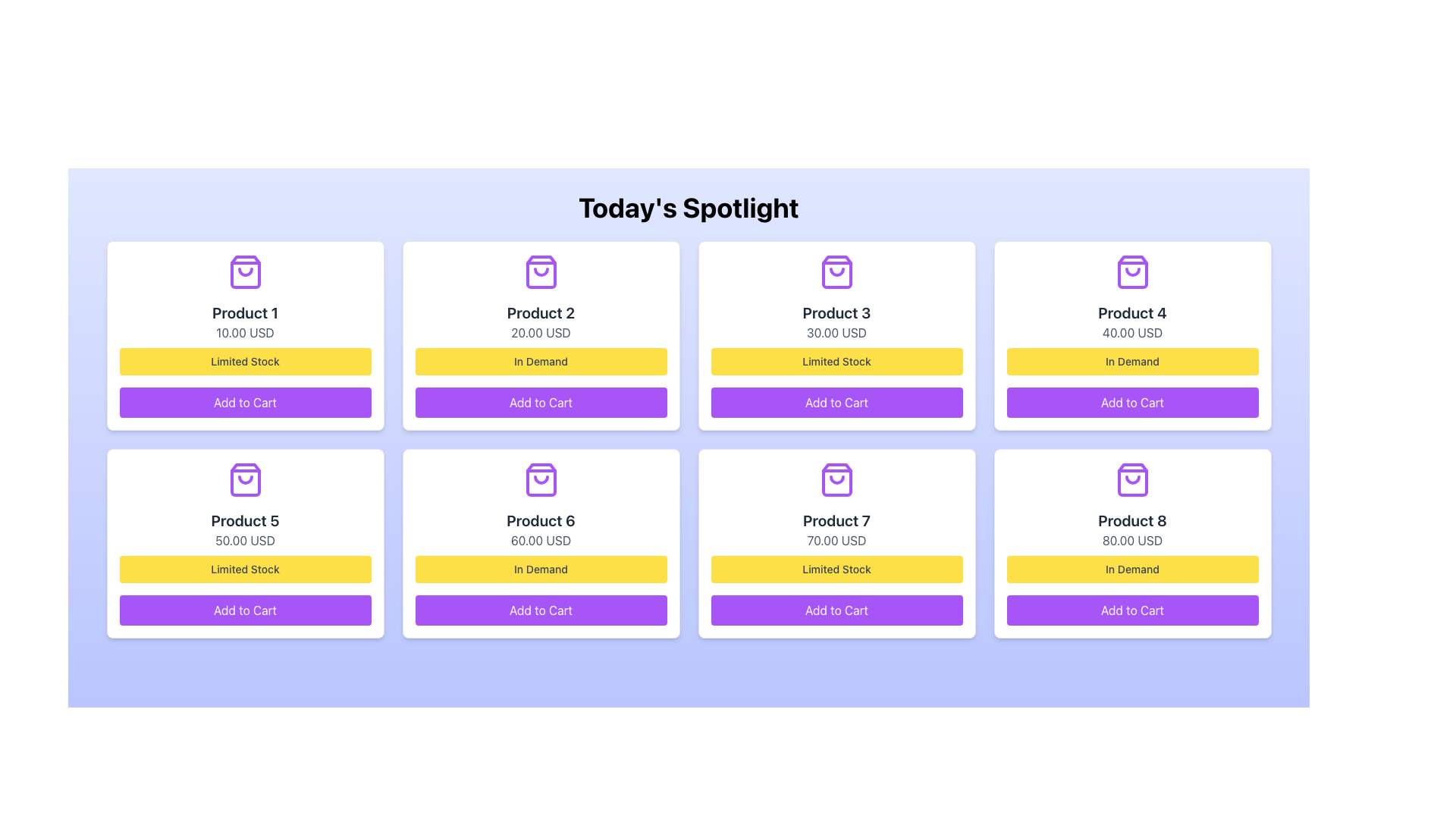 The width and height of the screenshot is (1456, 819). I want to click on the text label displaying the name and price of the product located in the top-left card of the grid layout, positioned below the shopping bag icon and above the 'Limited Stock' label, so click(245, 321).